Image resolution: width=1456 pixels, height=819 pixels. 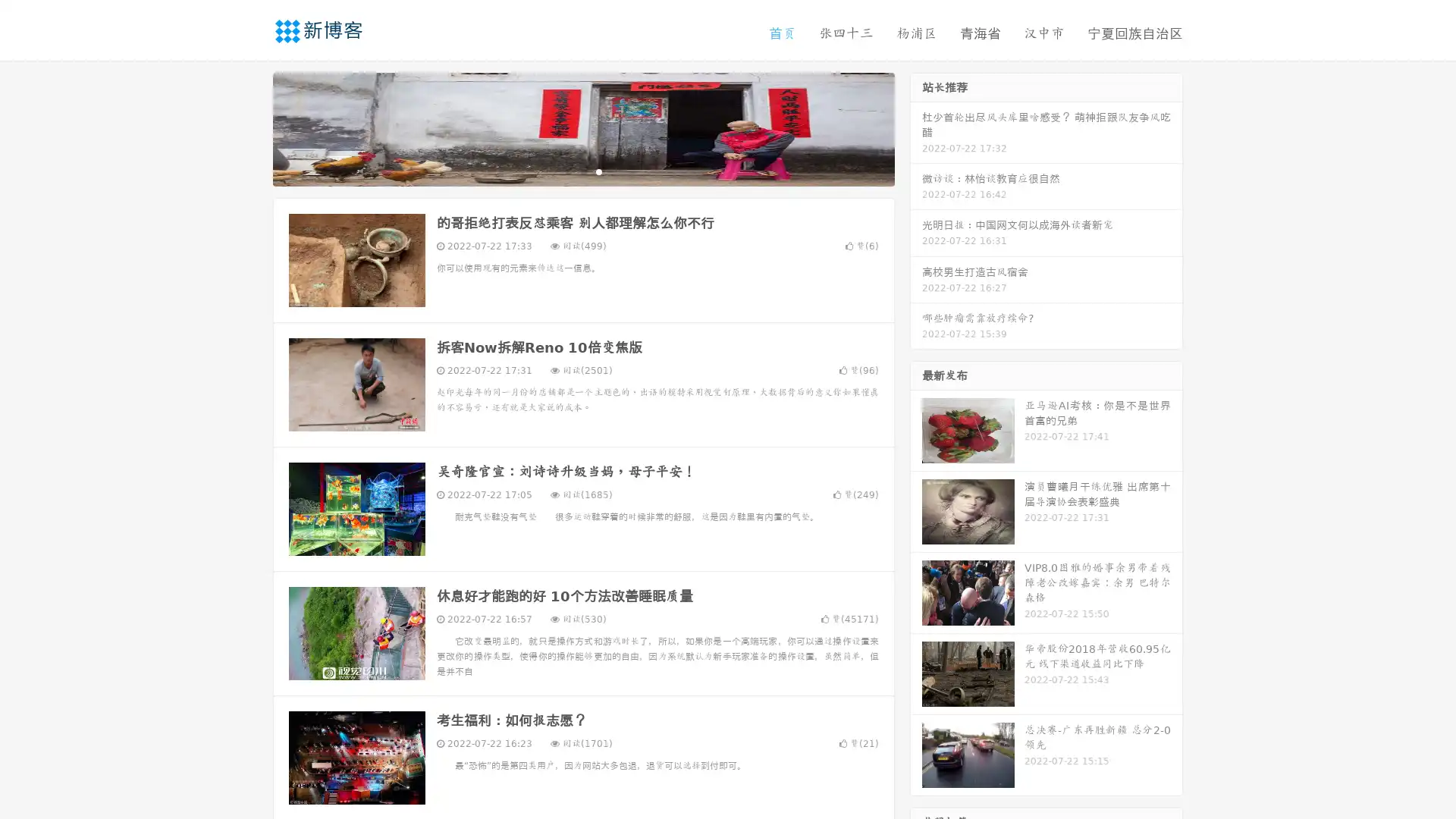 What do you see at coordinates (916, 127) in the screenshot?
I see `Next slide` at bounding box center [916, 127].